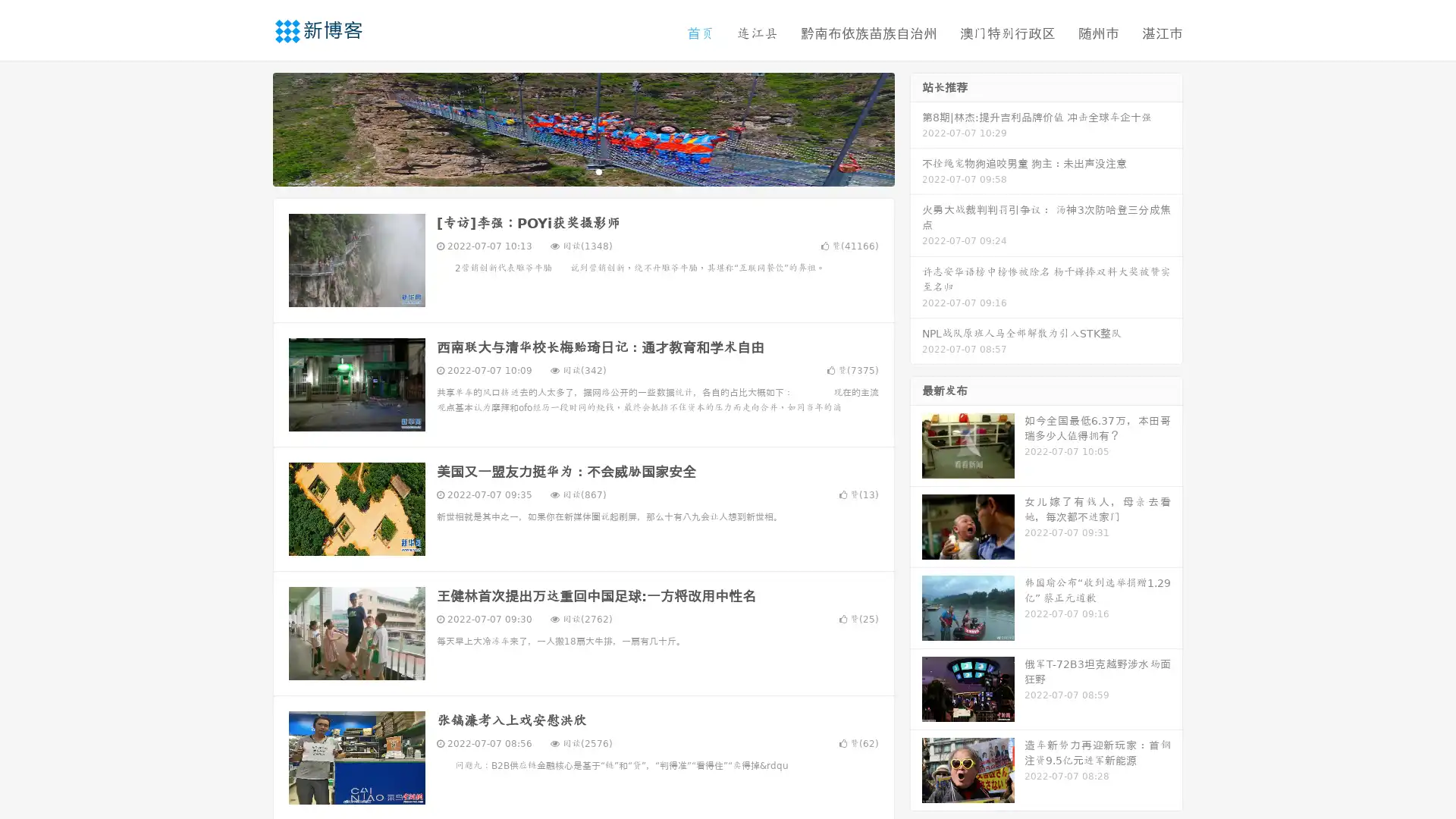  What do you see at coordinates (916, 127) in the screenshot?
I see `Next slide` at bounding box center [916, 127].